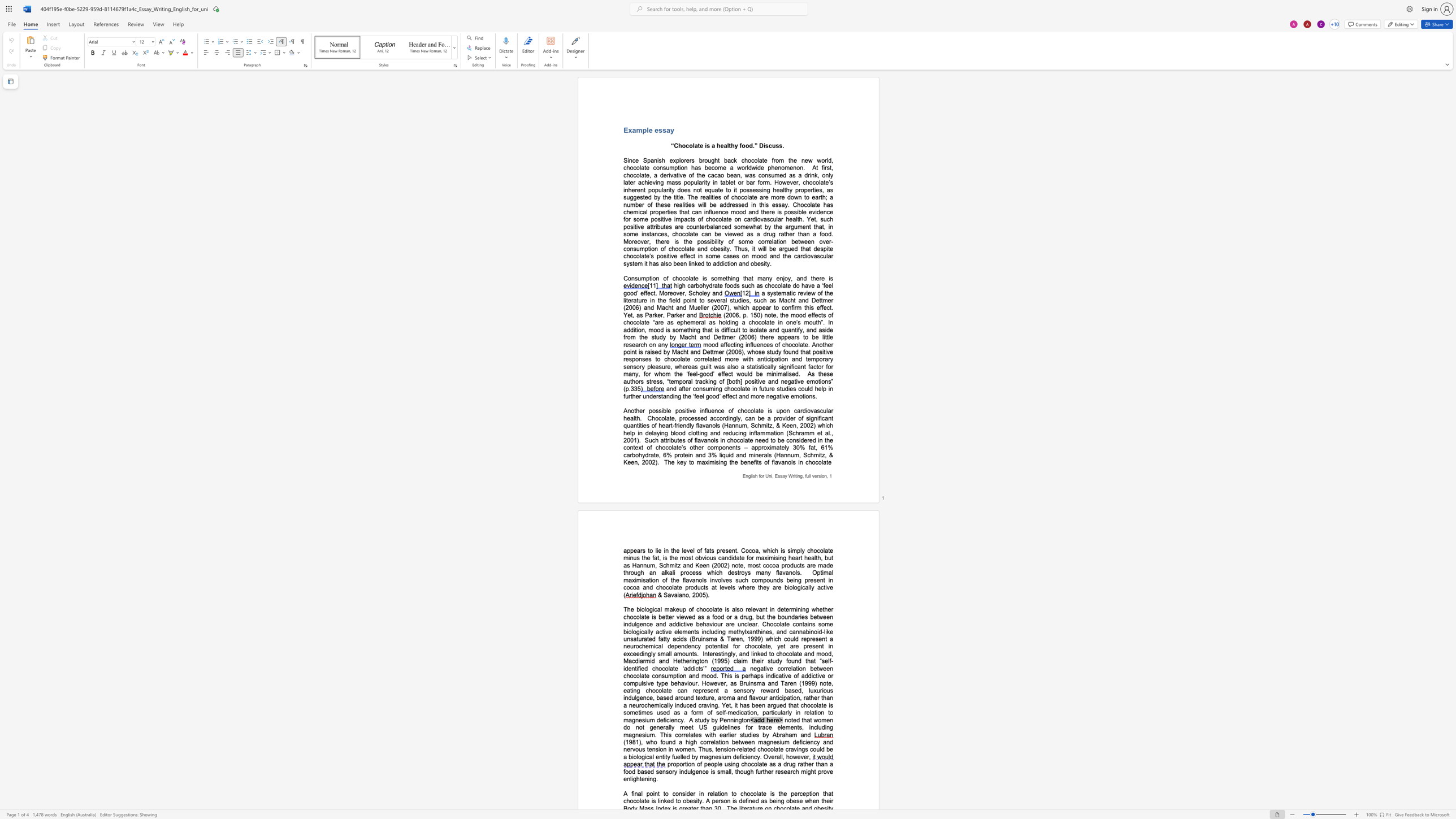 The image size is (1456, 819). I want to click on the space between the continuous character "T" and "h" in the text, so click(668, 462).